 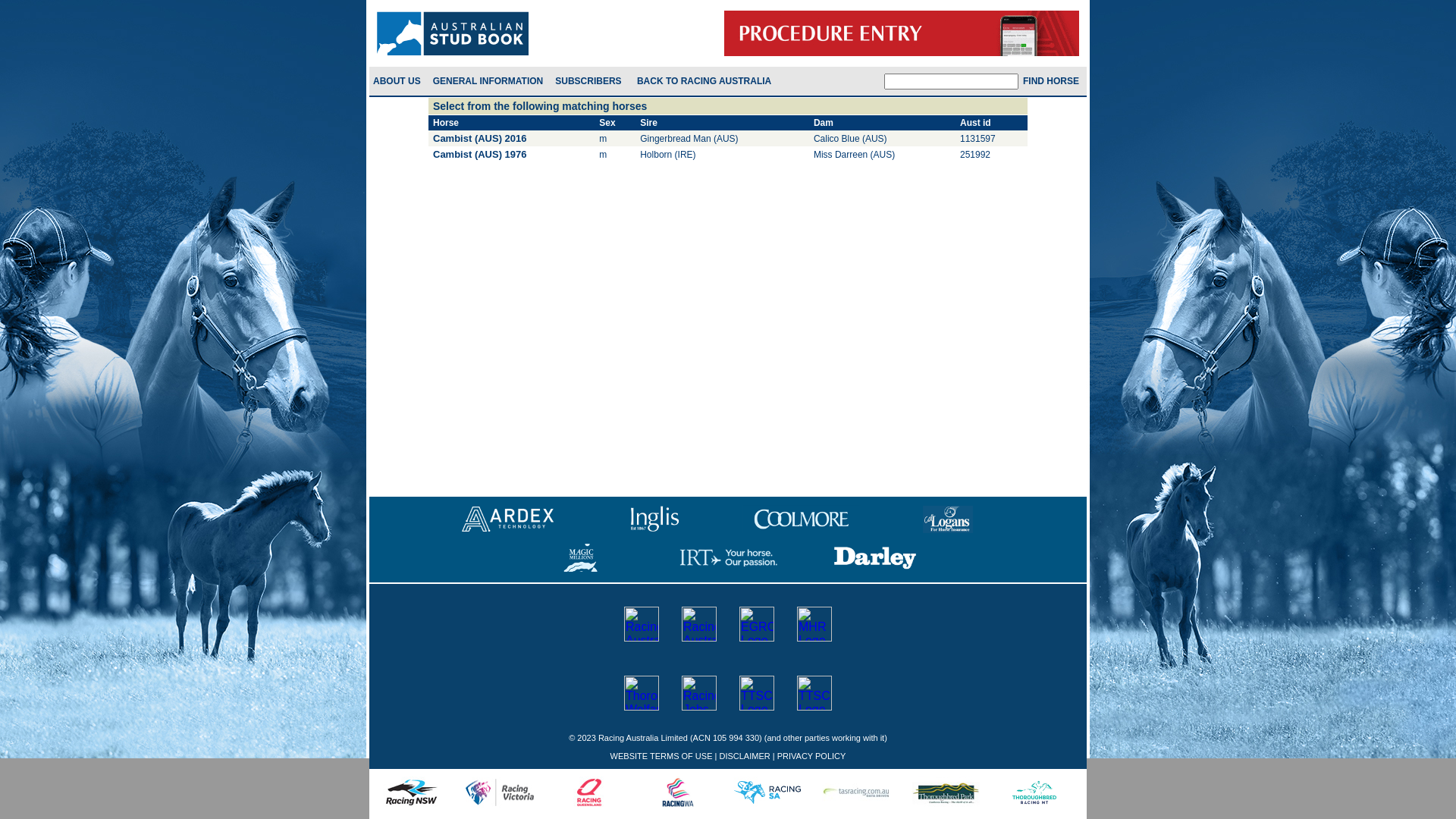 What do you see at coordinates (580, 557) in the screenshot?
I see `'Magic-Millions'` at bounding box center [580, 557].